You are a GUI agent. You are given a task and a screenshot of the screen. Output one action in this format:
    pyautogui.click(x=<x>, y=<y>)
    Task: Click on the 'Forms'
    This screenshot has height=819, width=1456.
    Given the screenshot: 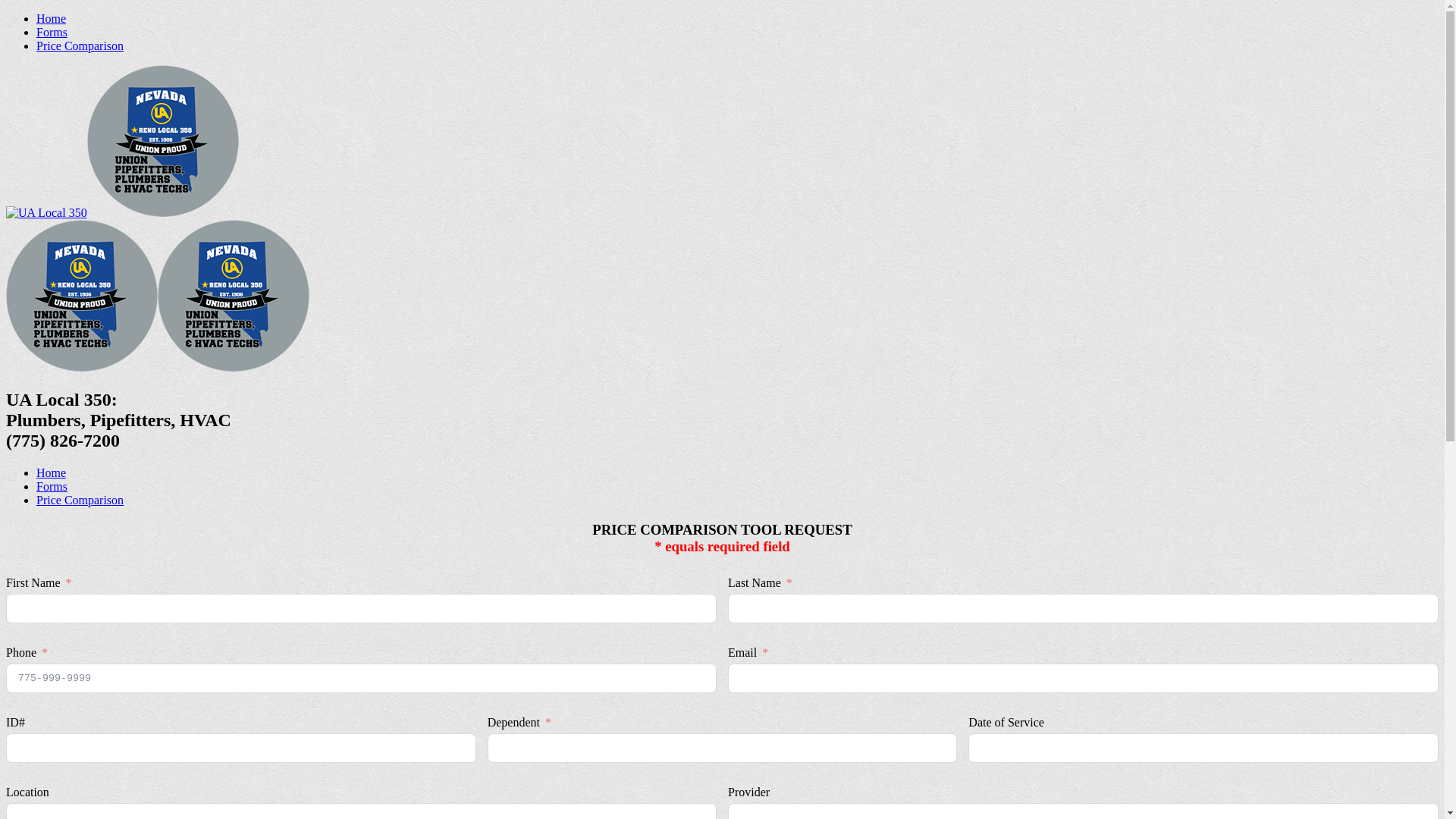 What is the action you would take?
    pyautogui.click(x=52, y=486)
    